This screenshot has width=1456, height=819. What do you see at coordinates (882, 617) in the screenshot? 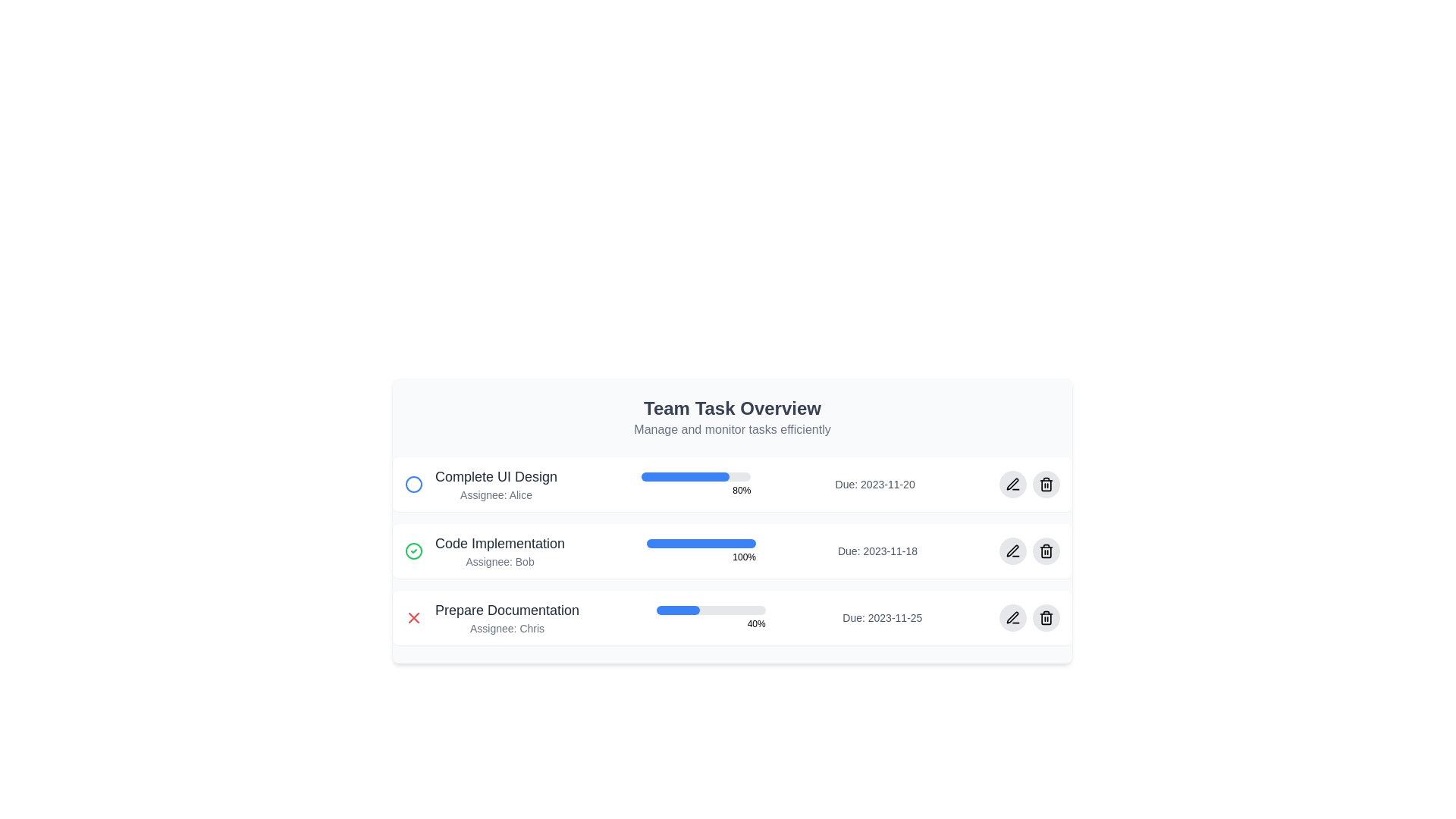
I see `the static text label displaying the date 'Due: 2023-11-25' located at the bottom right side of the task card labeled 'Prepare Documentation'` at bounding box center [882, 617].